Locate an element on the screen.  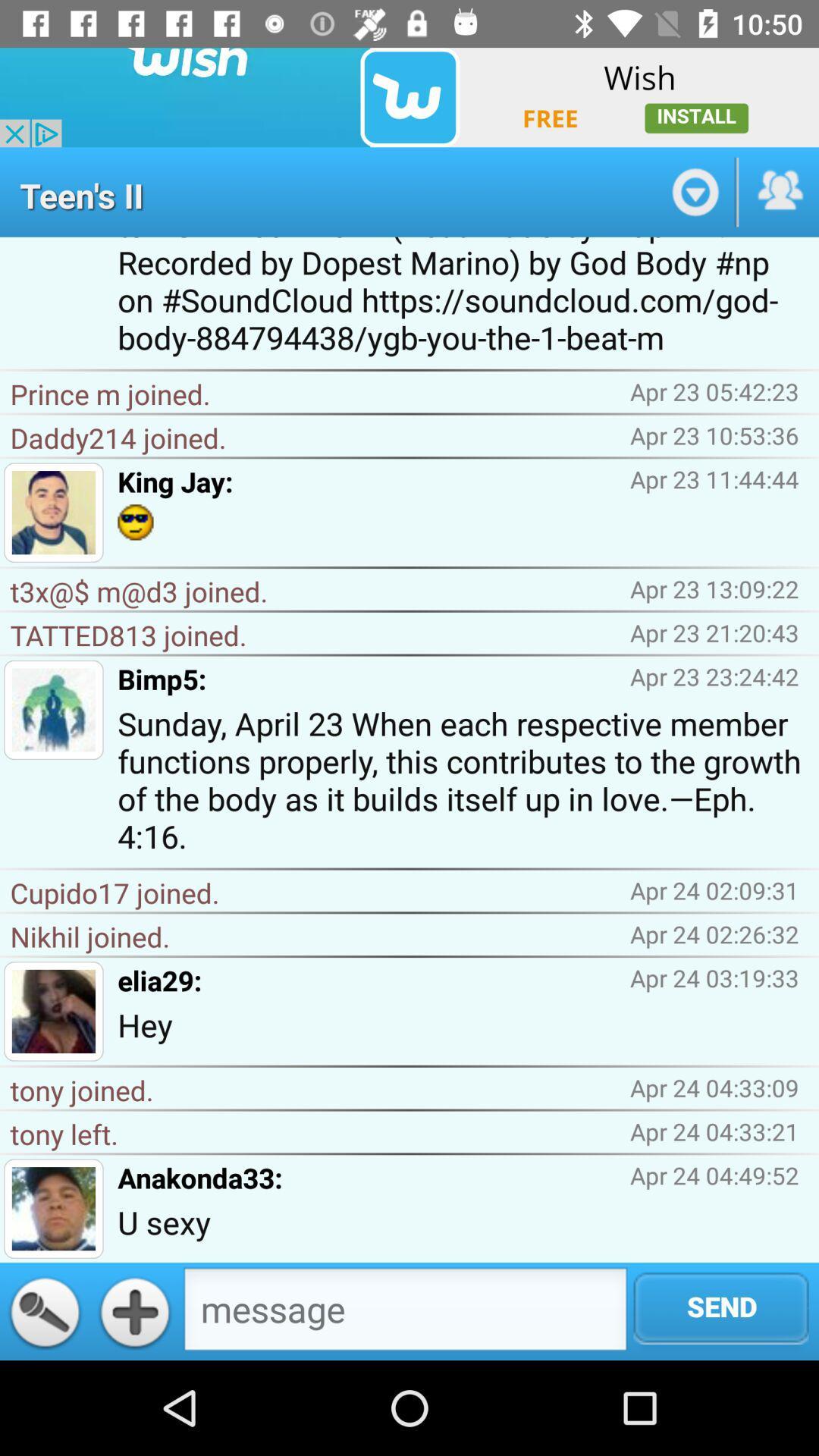
friends list is located at coordinates (779, 191).